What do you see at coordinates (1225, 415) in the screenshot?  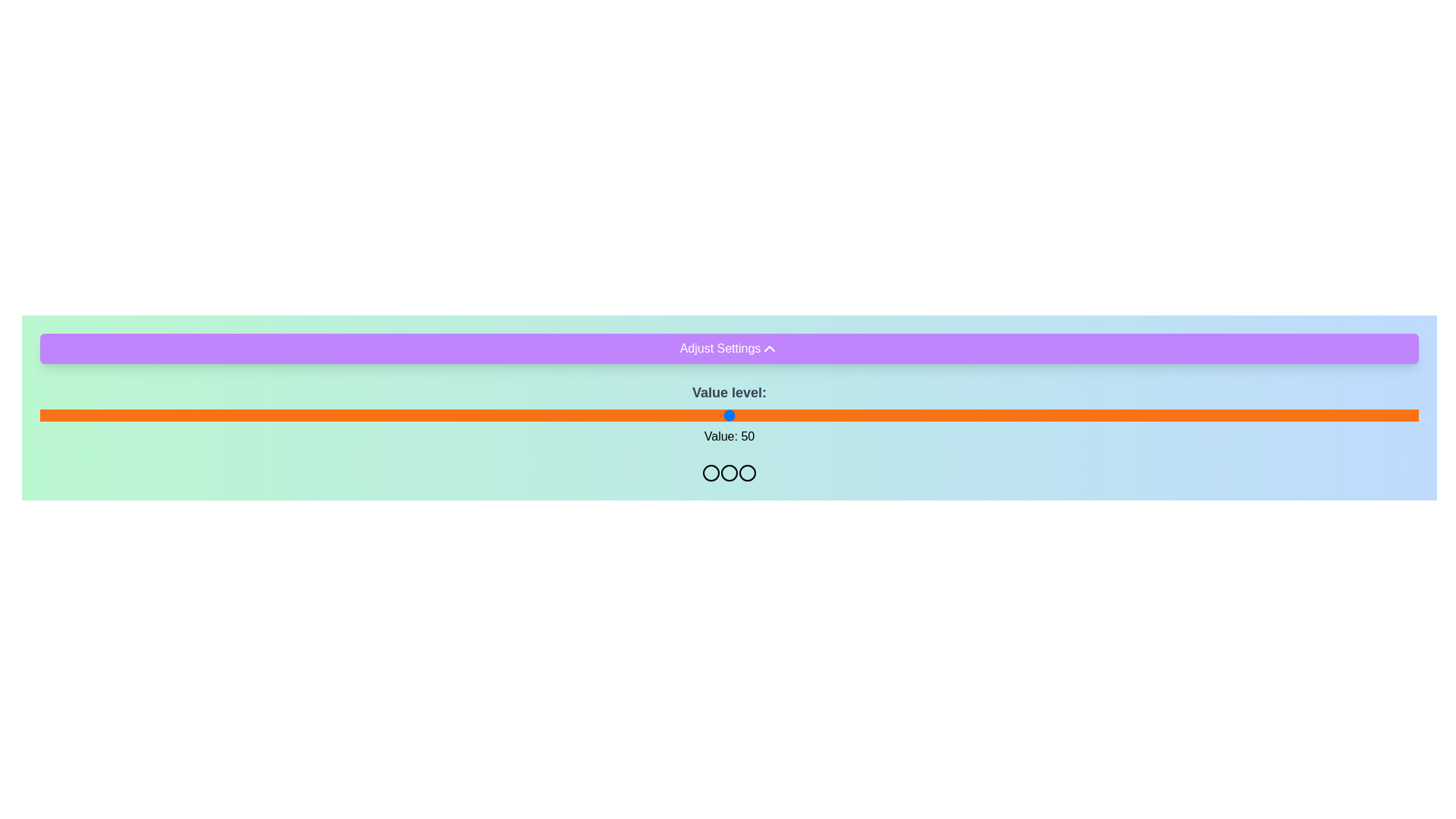 I see `the slider to set its value to 86` at bounding box center [1225, 415].